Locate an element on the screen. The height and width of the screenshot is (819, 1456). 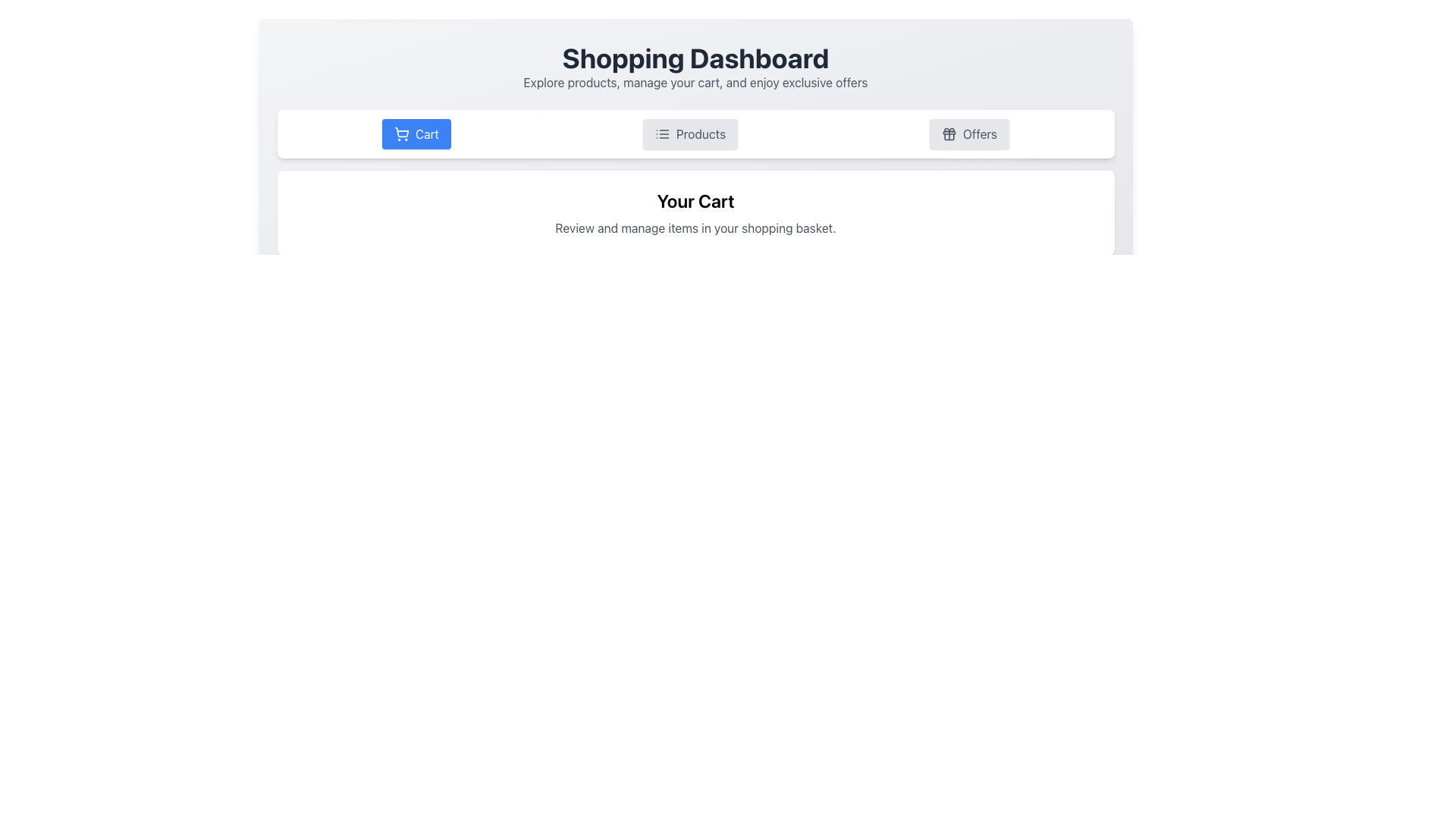
the 'Products' button located between the 'Cart' and 'Offers' buttons in the horizontal bar at the top of the page is located at coordinates (689, 133).